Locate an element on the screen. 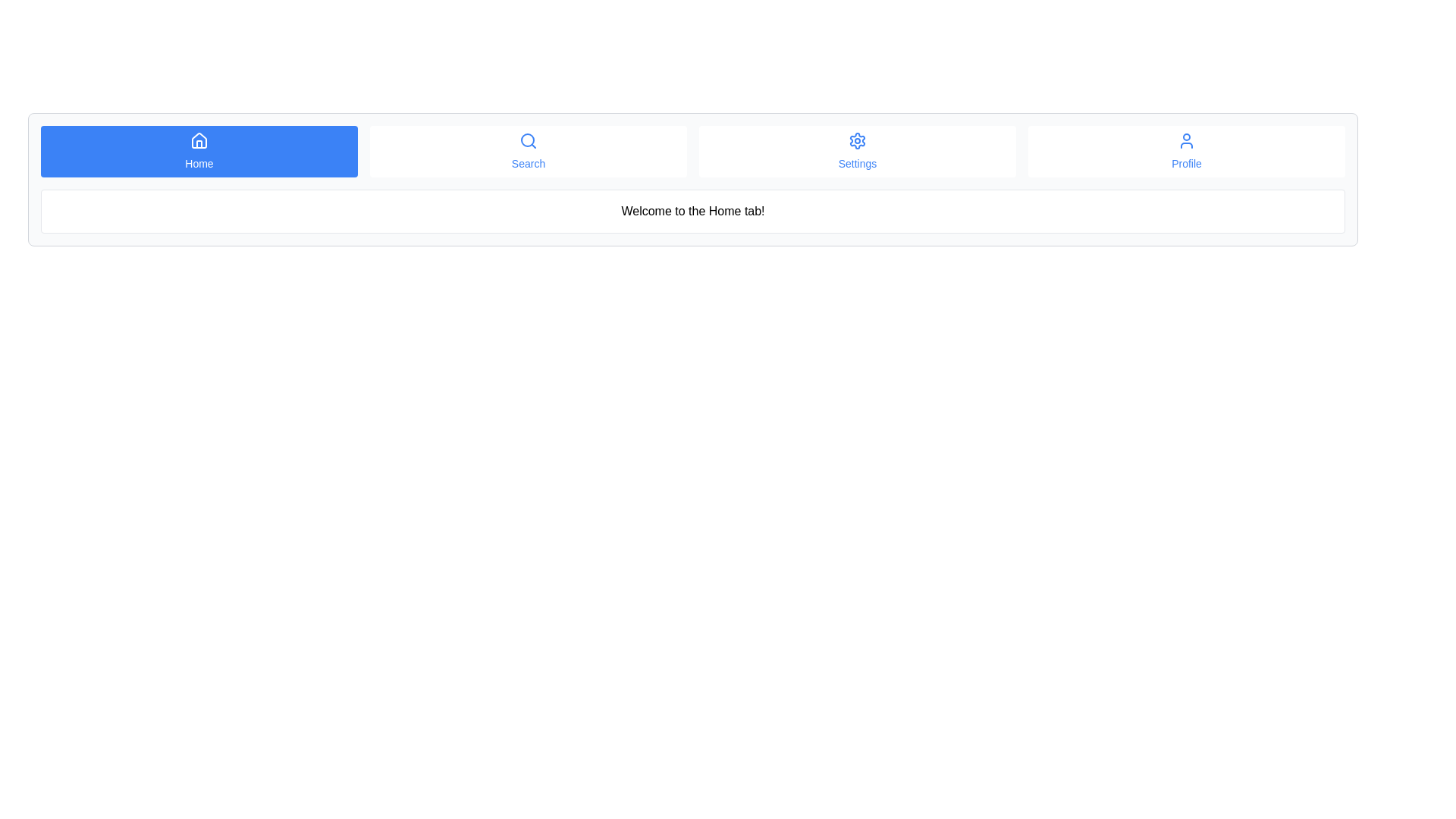 The image size is (1456, 819). text content of the Settings menu label, which is the third option in the navigation bar below the gear icon is located at coordinates (858, 164).